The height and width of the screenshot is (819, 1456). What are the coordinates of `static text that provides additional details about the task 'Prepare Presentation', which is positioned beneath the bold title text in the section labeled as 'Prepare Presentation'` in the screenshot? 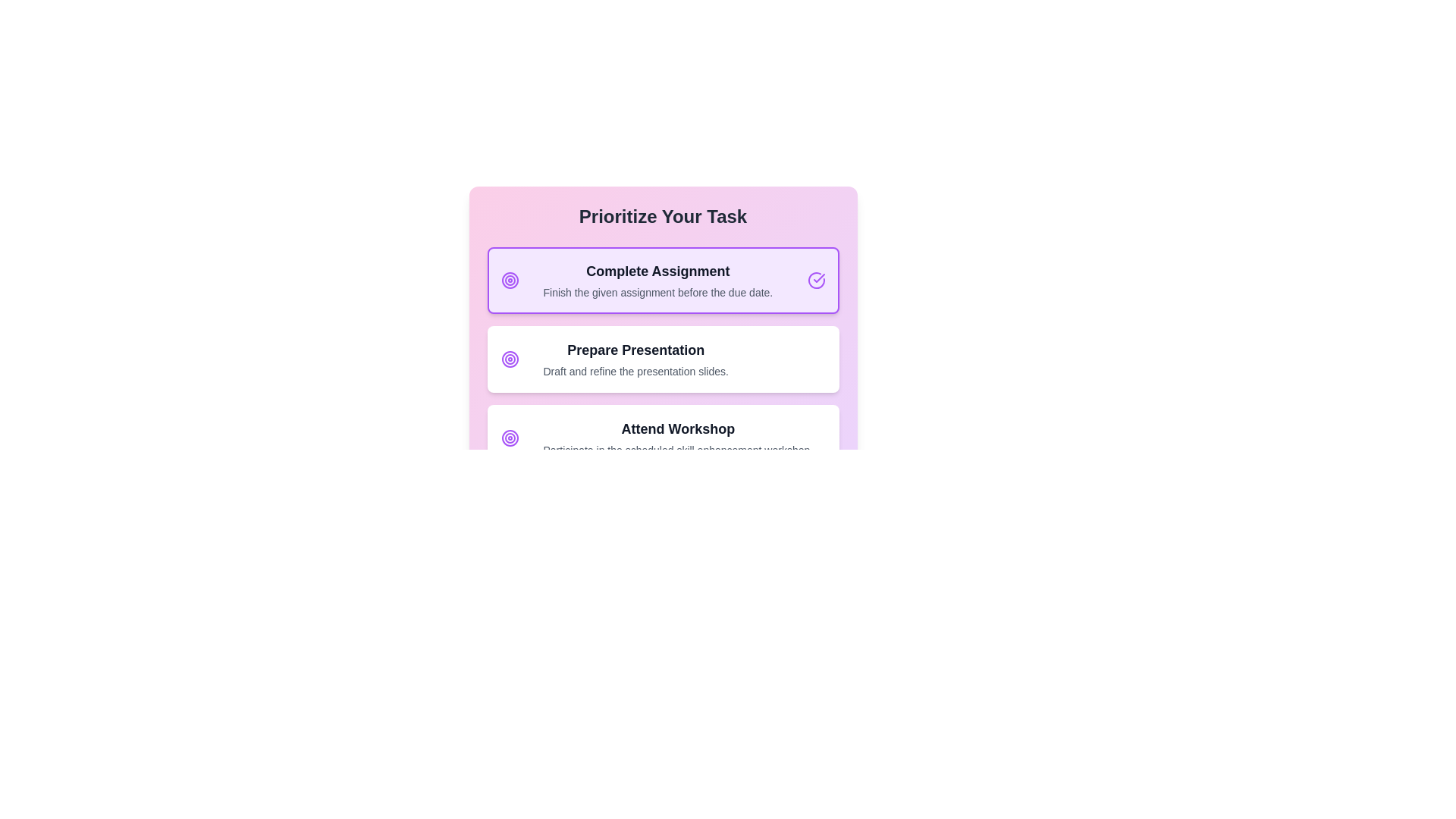 It's located at (635, 371).